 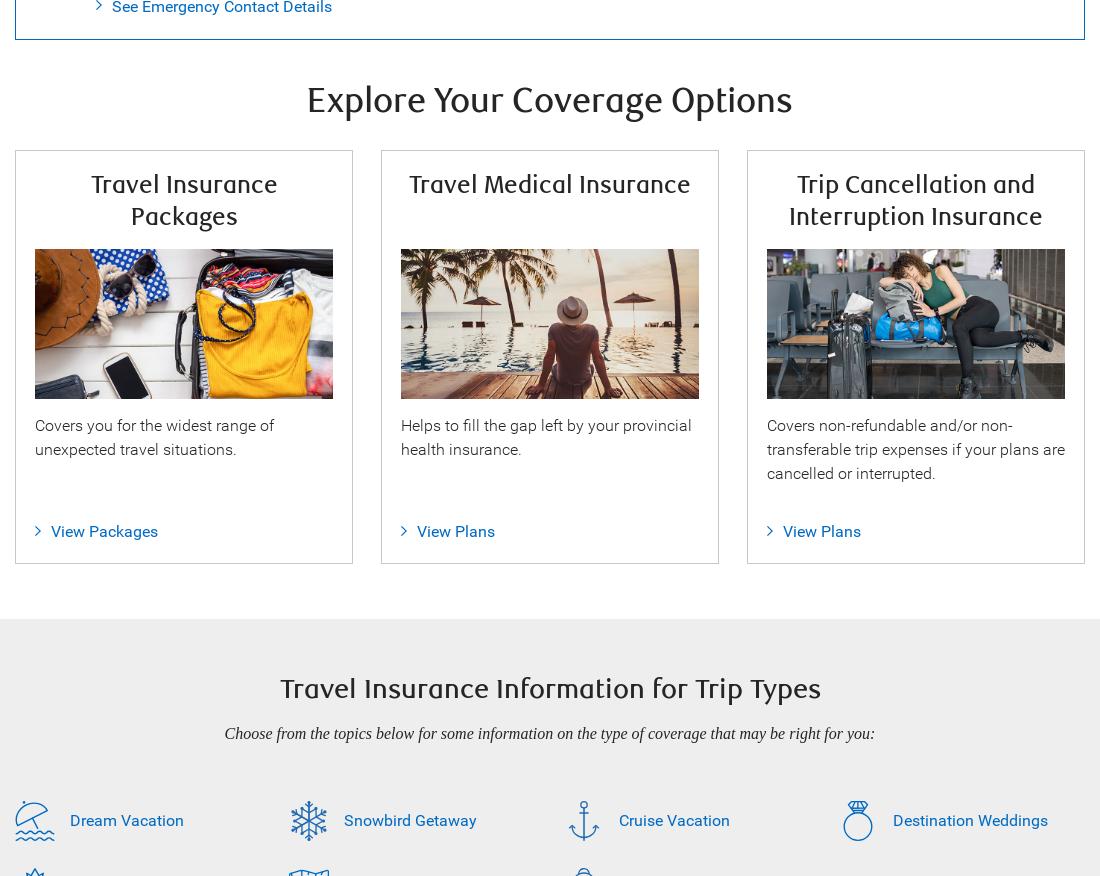 What do you see at coordinates (127, 819) in the screenshot?
I see `'Dream Vacation'` at bounding box center [127, 819].